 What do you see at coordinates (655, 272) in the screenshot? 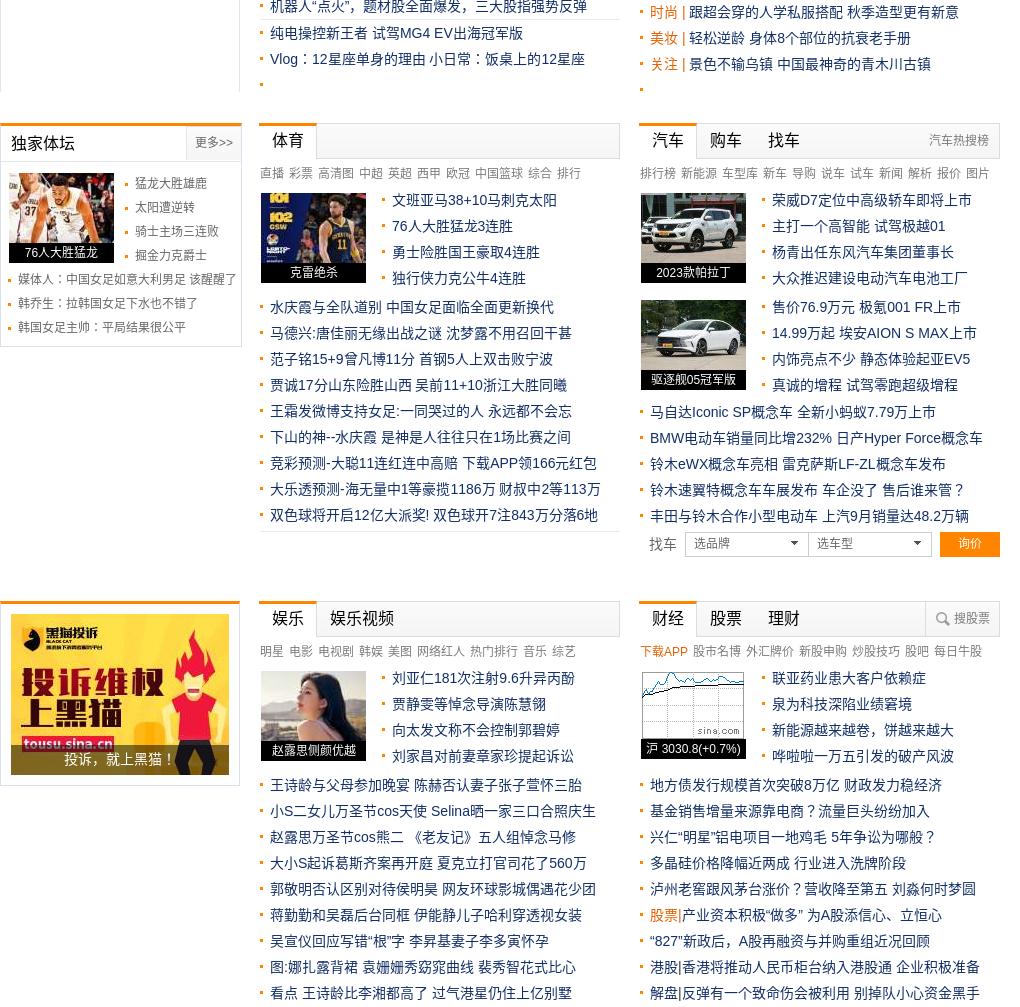
I see `'2023款帕拉丁'` at bounding box center [655, 272].